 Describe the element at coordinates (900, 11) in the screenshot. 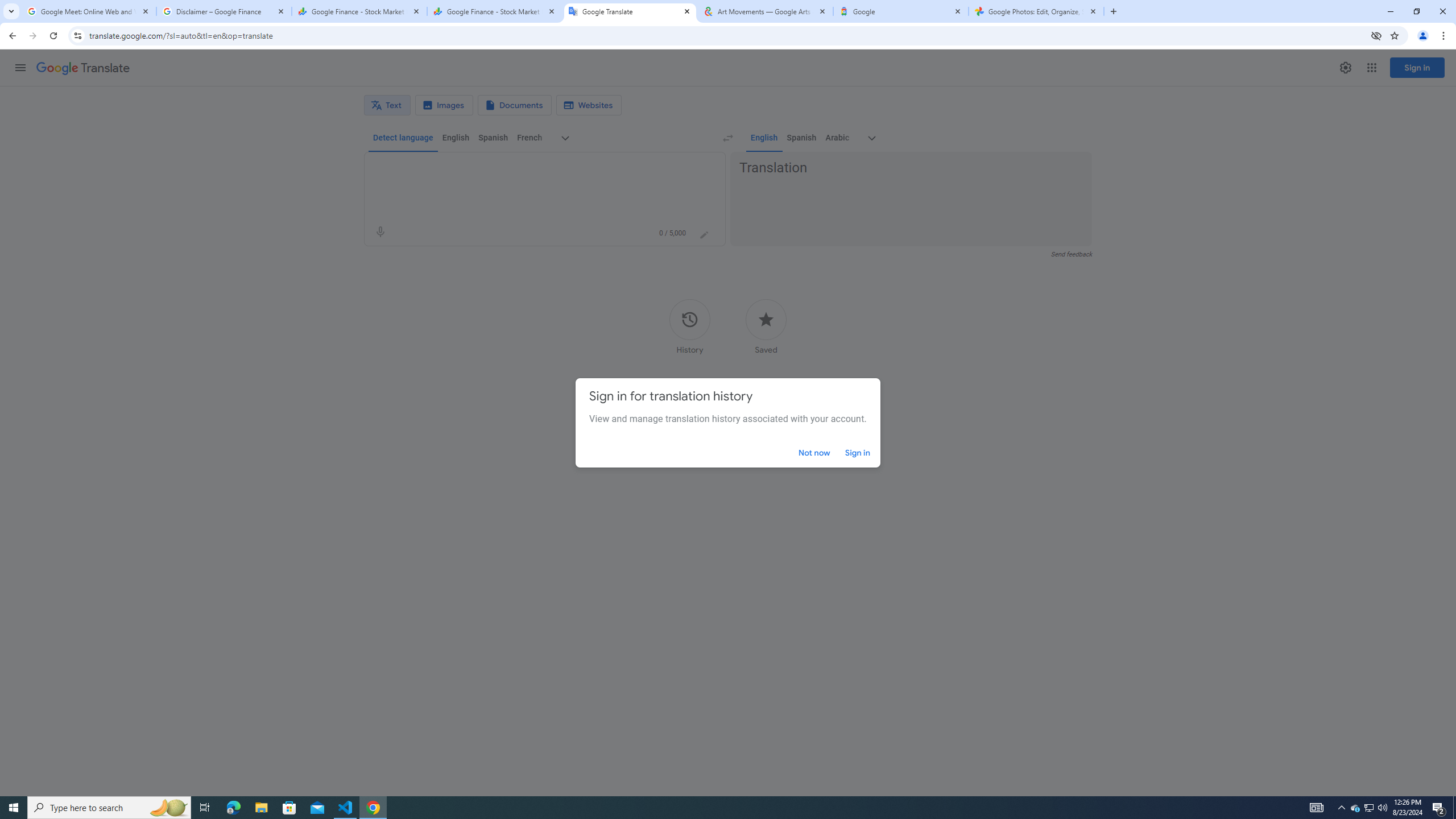

I see `'Google'` at that location.